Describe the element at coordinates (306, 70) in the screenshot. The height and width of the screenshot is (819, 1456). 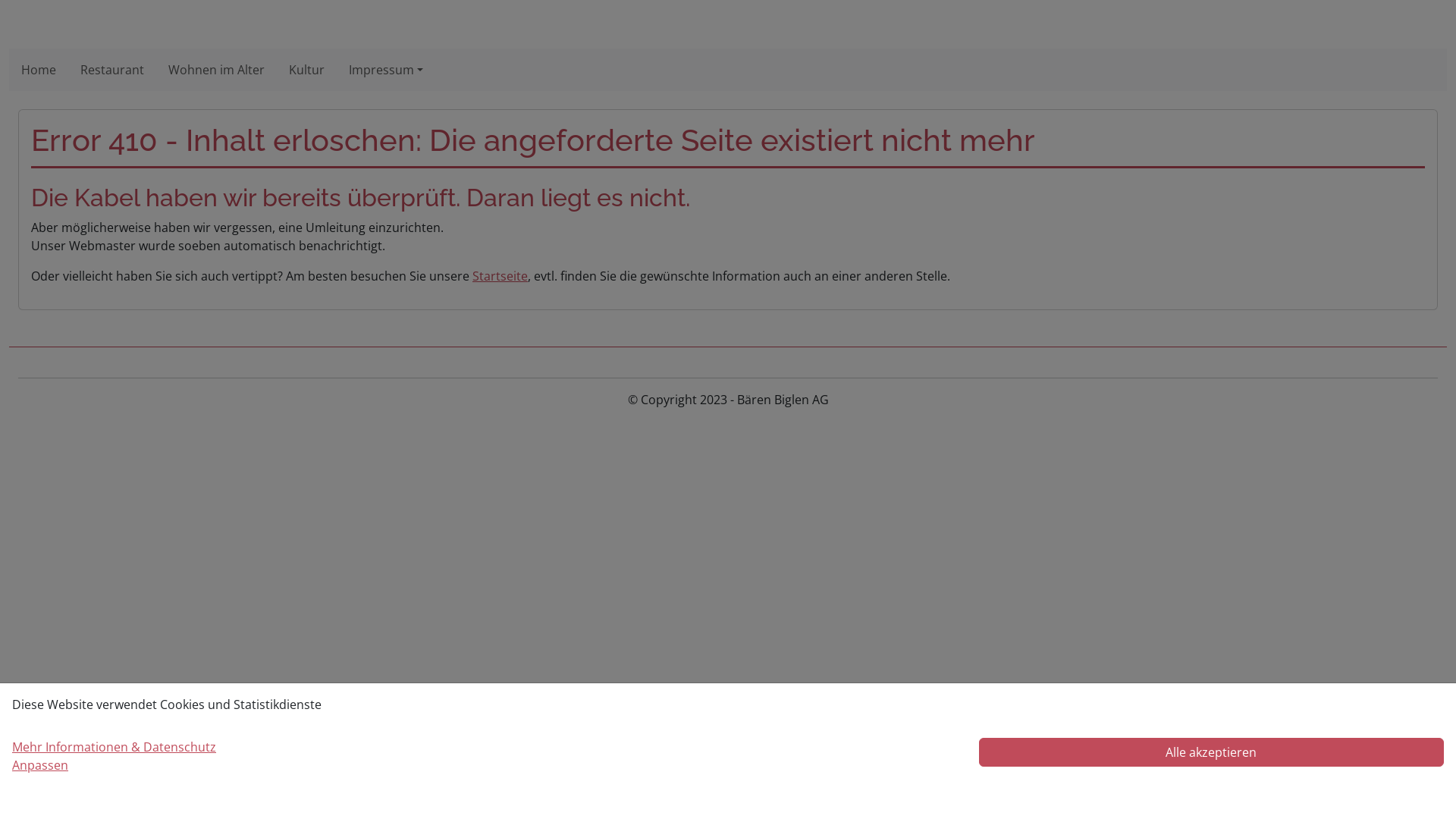
I see `'Kultur'` at that location.